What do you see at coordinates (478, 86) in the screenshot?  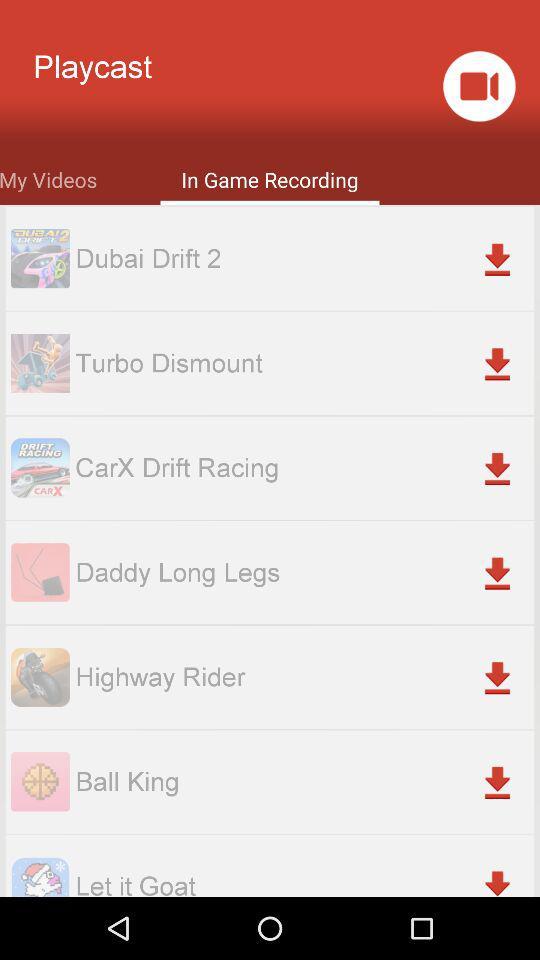 I see `the icon to the right of the playcast` at bounding box center [478, 86].